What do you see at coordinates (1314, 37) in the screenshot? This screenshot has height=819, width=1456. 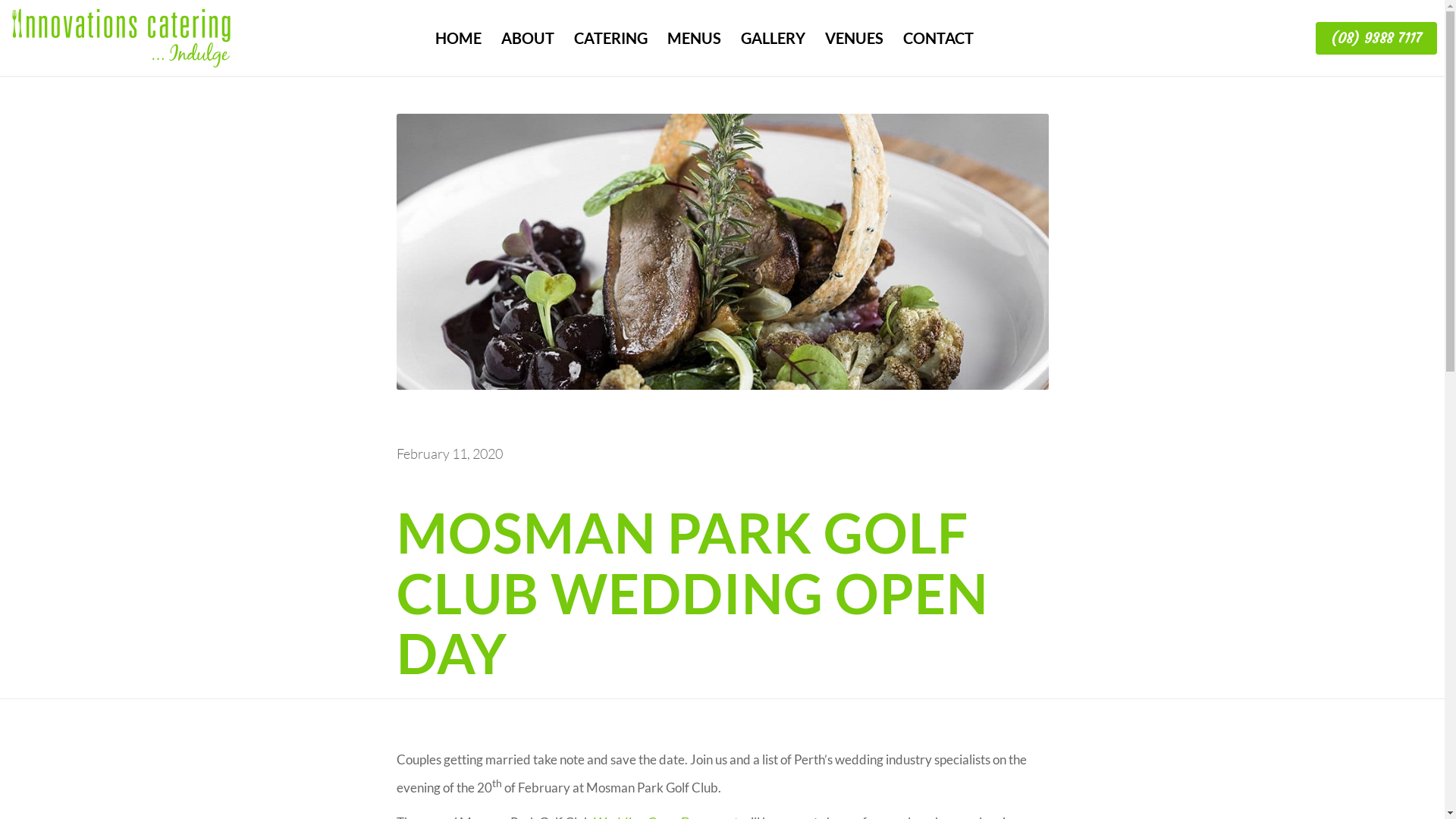 I see `'(08) 9388 7117'` at bounding box center [1314, 37].